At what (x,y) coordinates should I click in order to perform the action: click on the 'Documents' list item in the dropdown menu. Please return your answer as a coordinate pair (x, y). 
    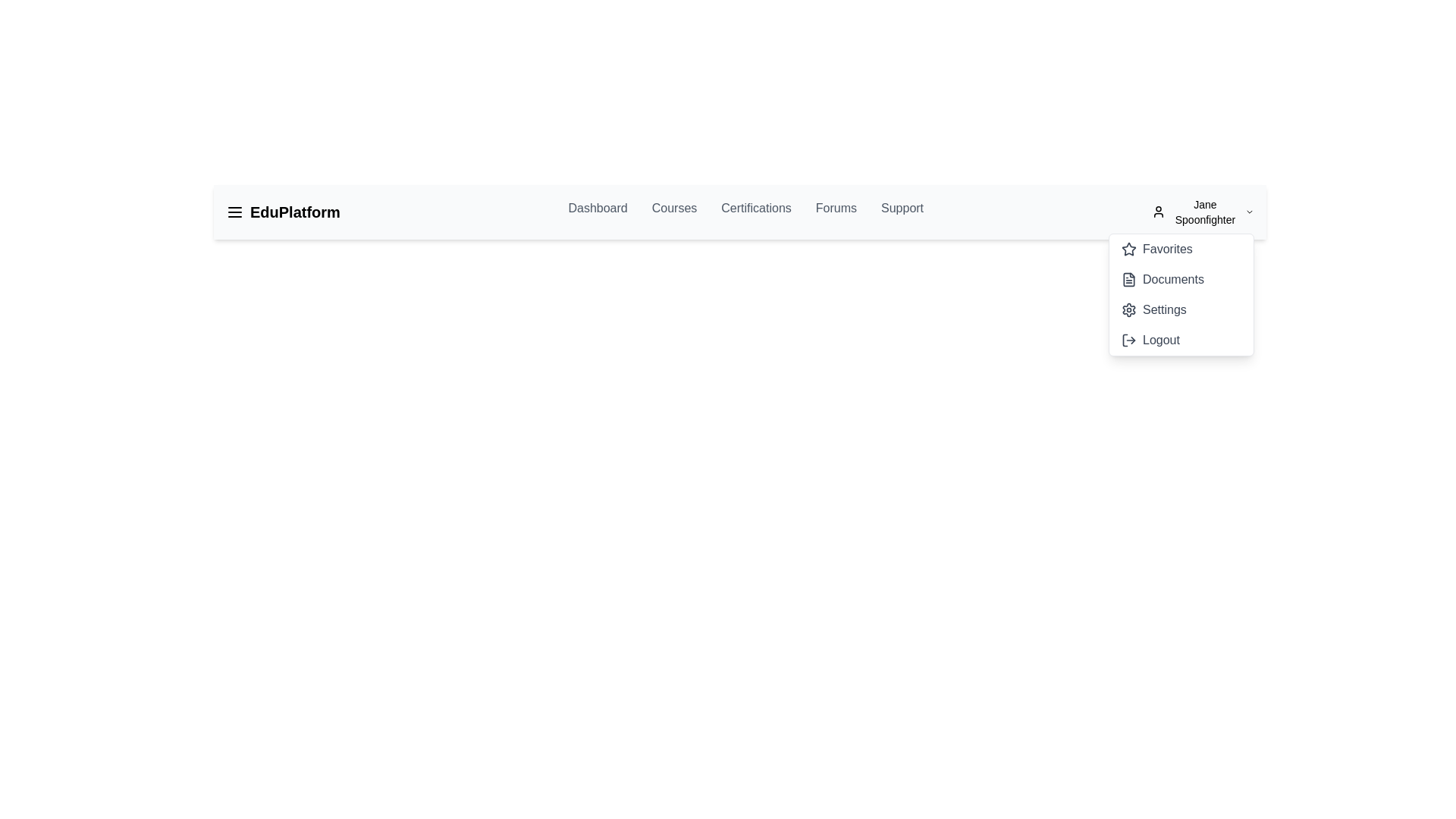
    Looking at the image, I should click on (1162, 280).